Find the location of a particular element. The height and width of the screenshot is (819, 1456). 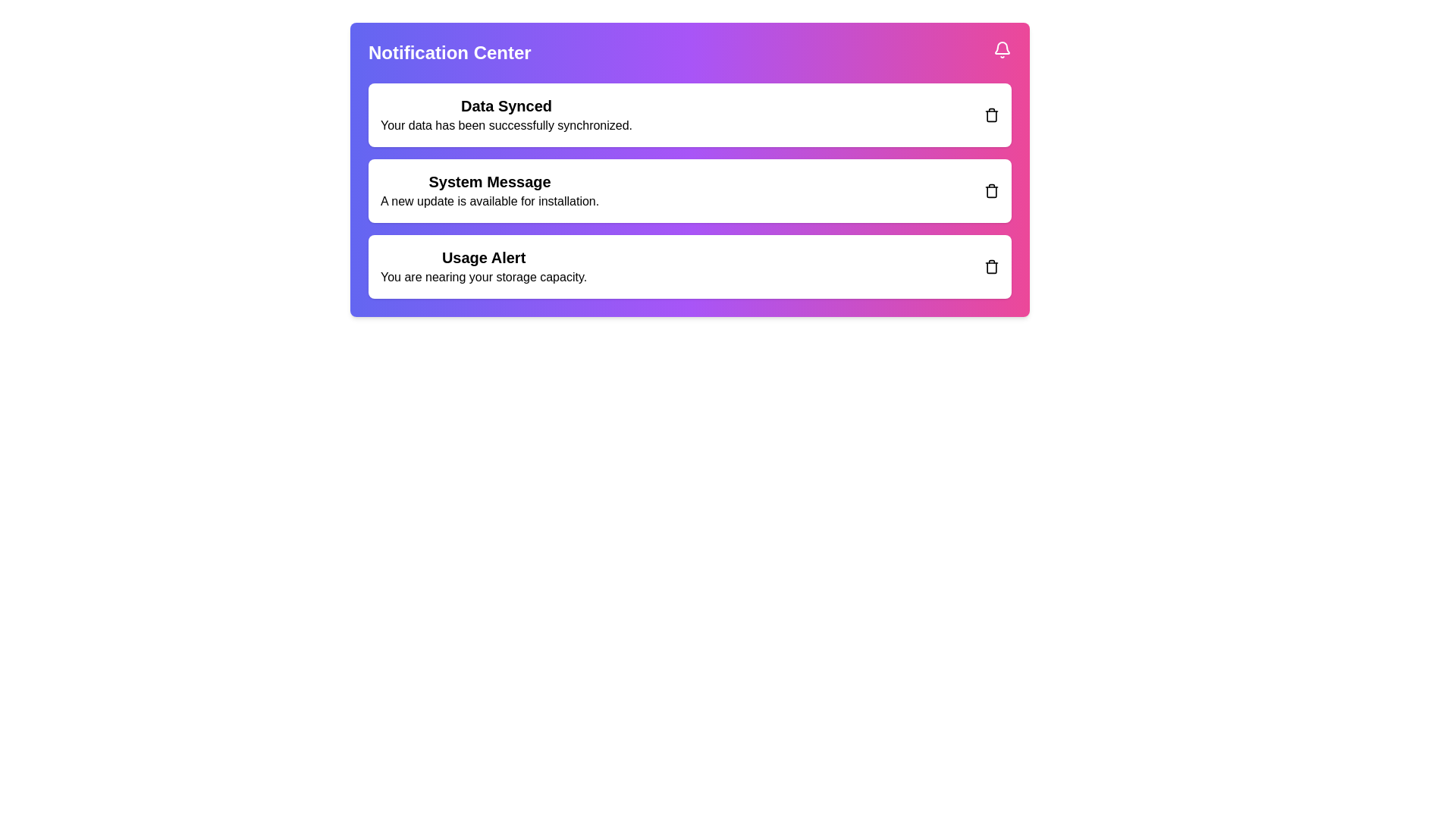

the trash bin icon button located at the right end of the top notification card is located at coordinates (992, 114).